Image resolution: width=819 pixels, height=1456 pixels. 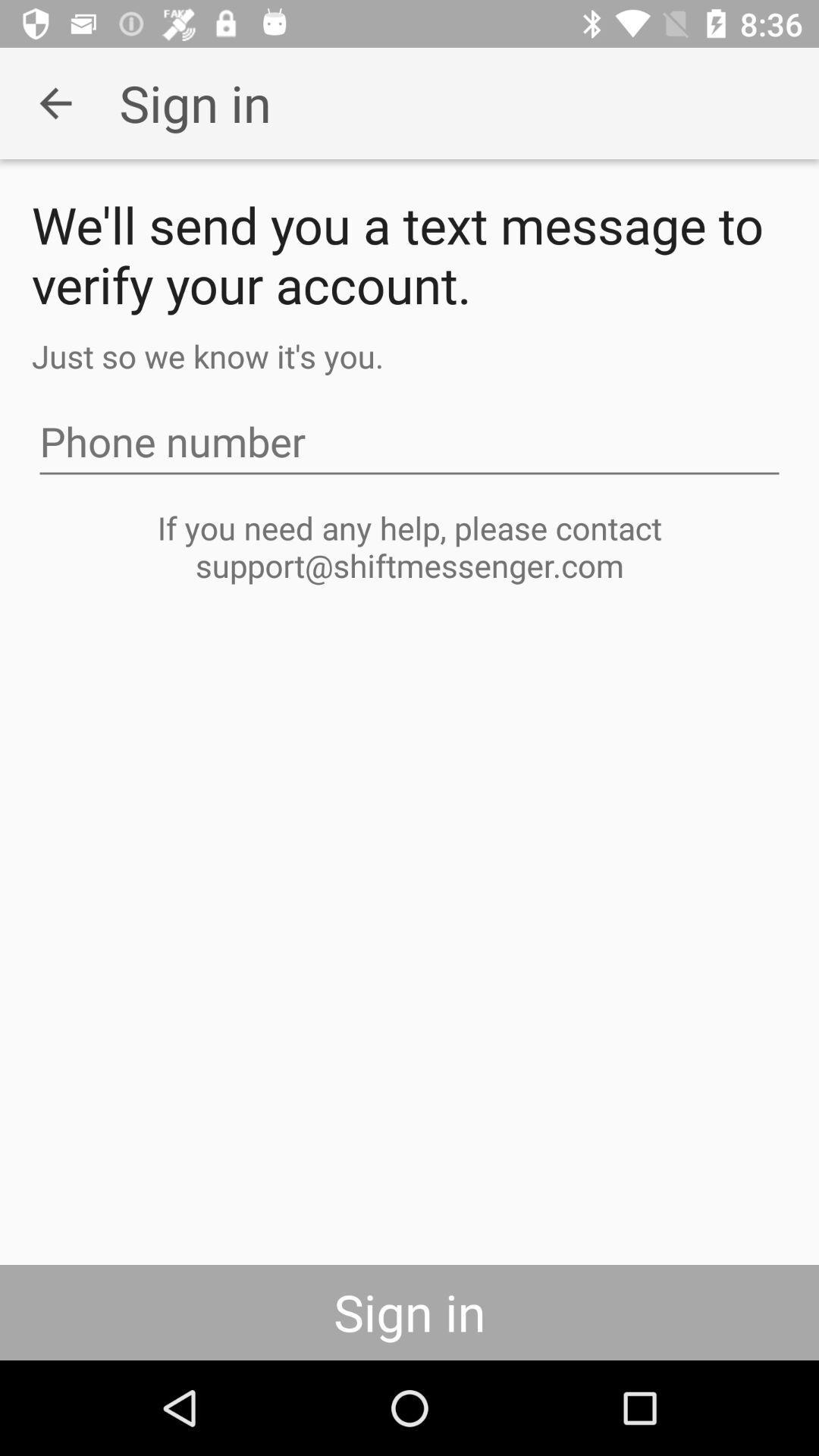 What do you see at coordinates (55, 102) in the screenshot?
I see `the item to the left of the sign in` at bounding box center [55, 102].